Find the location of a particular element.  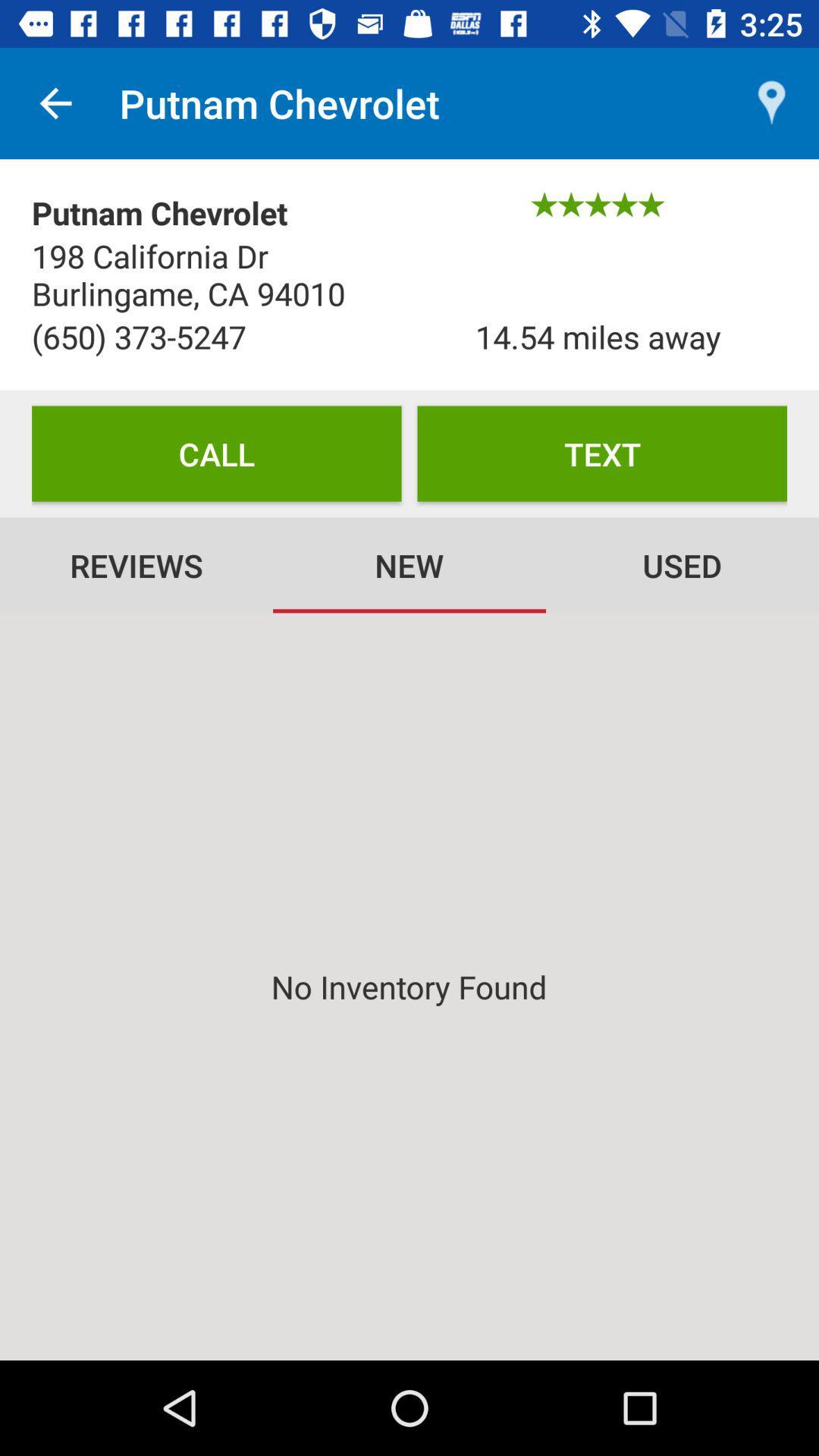

the icon above the reviews item is located at coordinates (216, 453).